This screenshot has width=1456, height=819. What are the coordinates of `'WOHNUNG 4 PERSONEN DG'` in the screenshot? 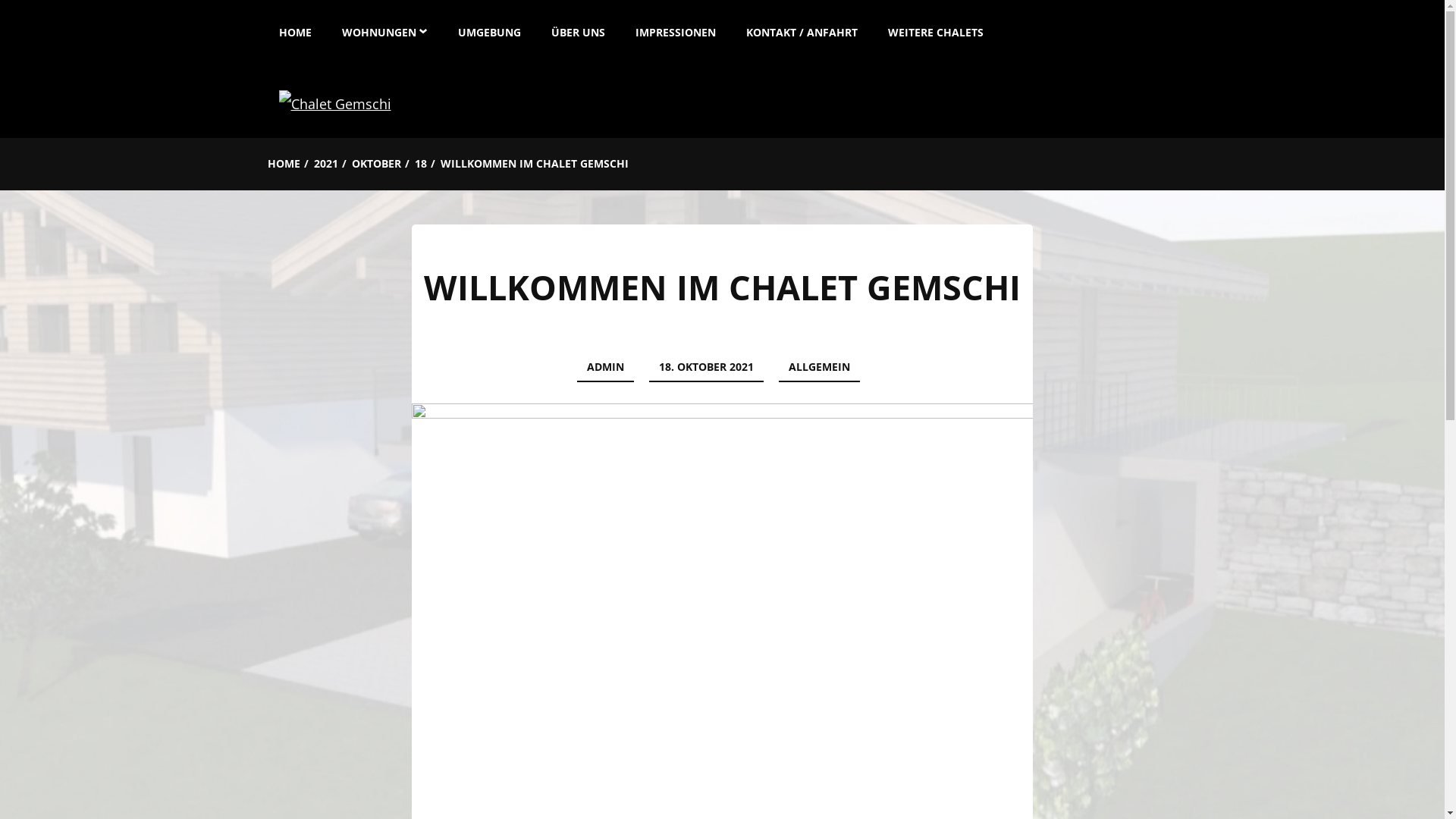 It's located at (409, 165).